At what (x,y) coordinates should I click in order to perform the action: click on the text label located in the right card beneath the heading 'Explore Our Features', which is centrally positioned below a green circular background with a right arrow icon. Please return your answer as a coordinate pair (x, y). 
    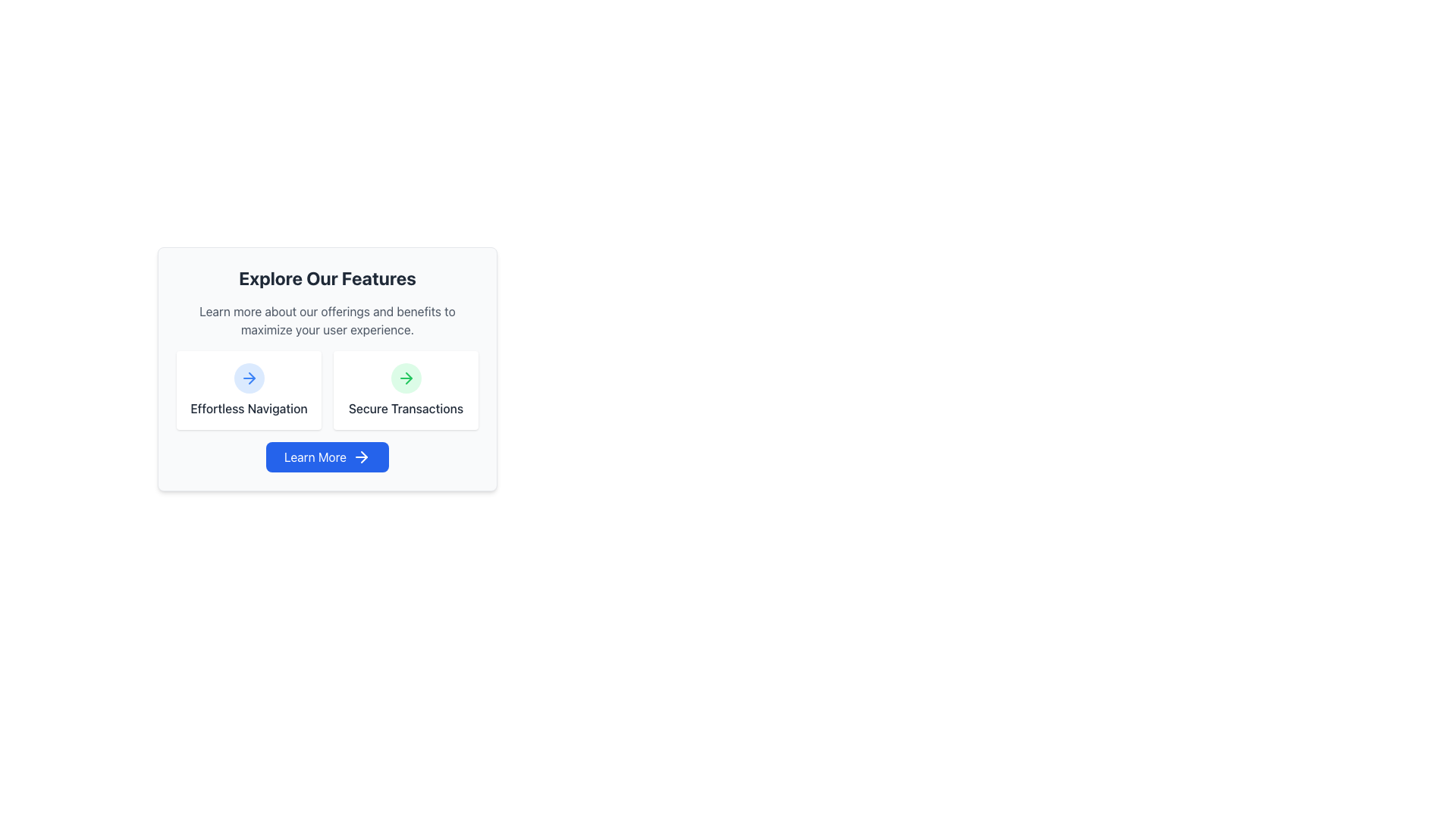
    Looking at the image, I should click on (406, 408).